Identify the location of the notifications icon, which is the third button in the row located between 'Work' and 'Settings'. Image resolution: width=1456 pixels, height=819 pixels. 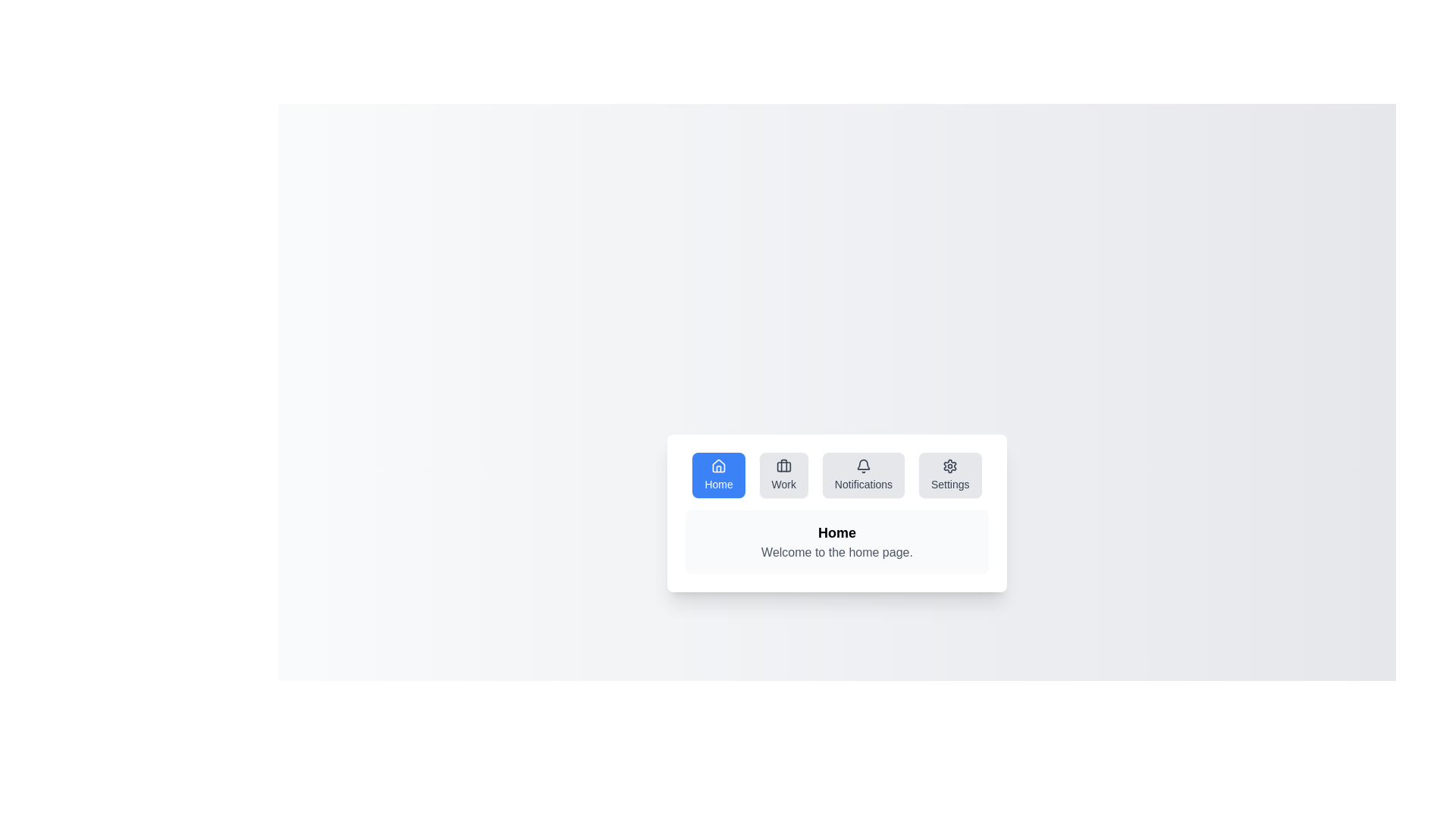
(863, 465).